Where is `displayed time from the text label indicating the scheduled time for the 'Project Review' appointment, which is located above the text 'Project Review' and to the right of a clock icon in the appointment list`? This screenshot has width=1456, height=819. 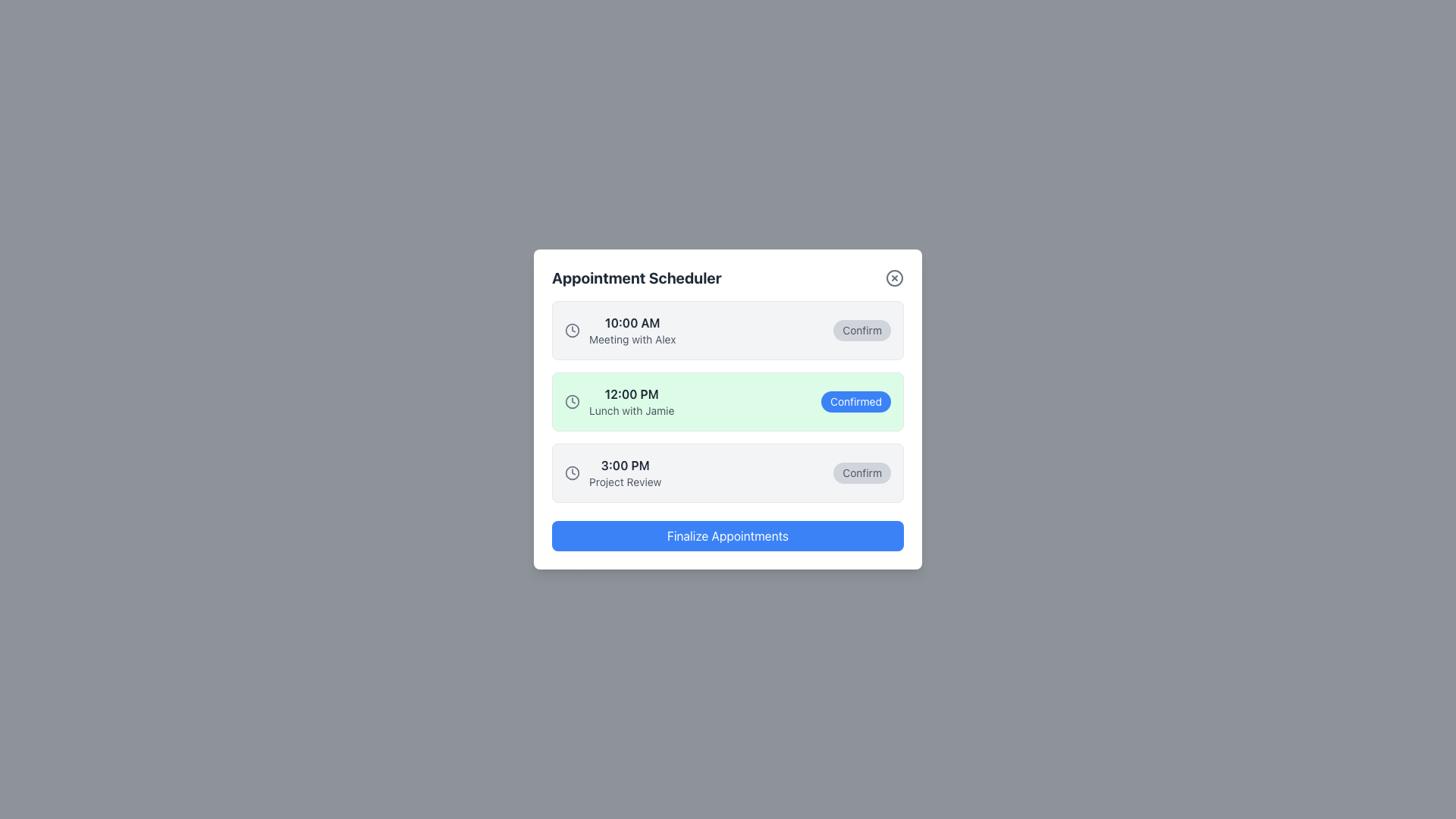 displayed time from the text label indicating the scheduled time for the 'Project Review' appointment, which is located above the text 'Project Review' and to the right of a clock icon in the appointment list is located at coordinates (625, 464).